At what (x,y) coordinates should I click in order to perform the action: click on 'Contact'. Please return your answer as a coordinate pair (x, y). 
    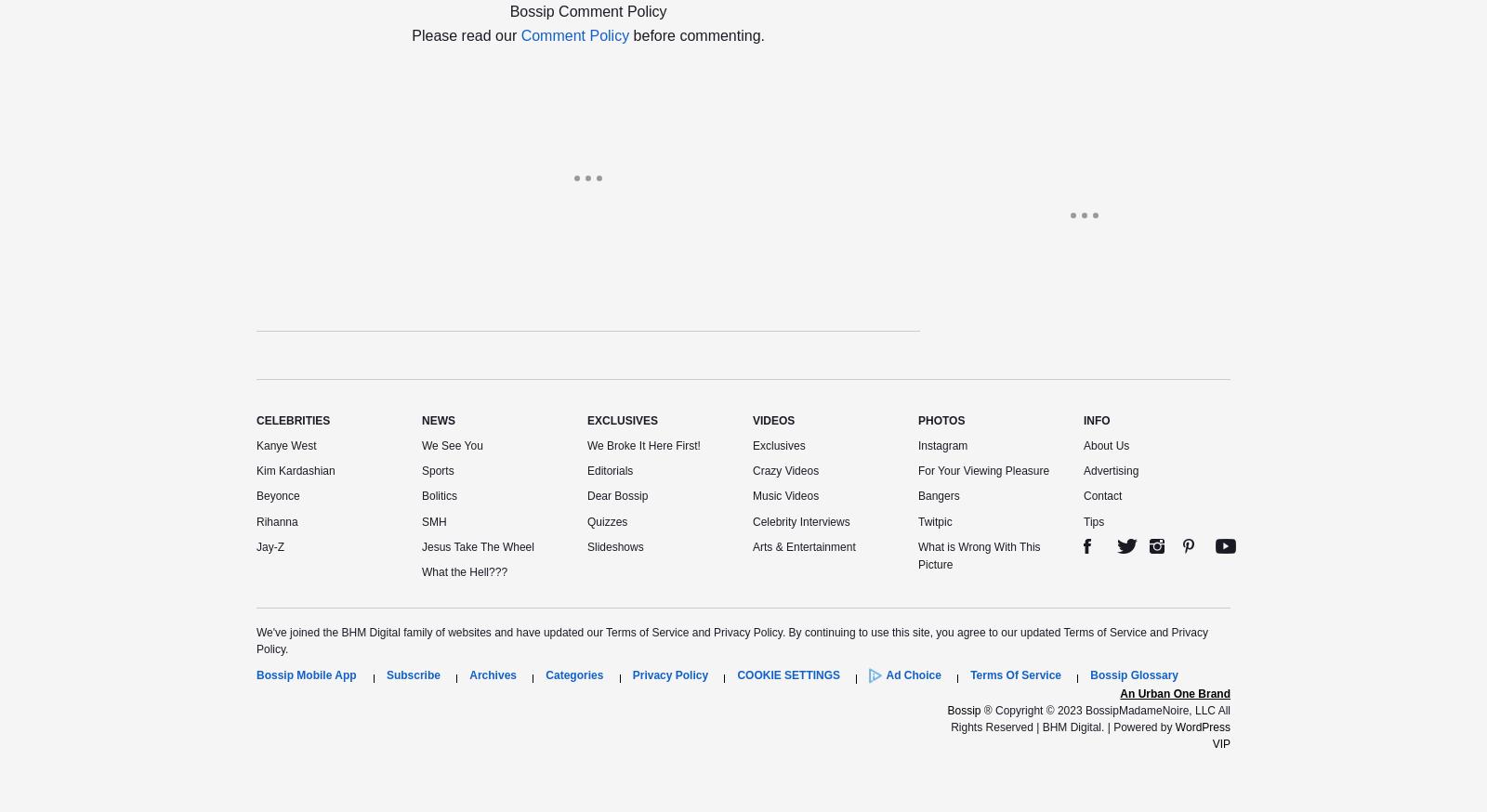
    Looking at the image, I should click on (1102, 496).